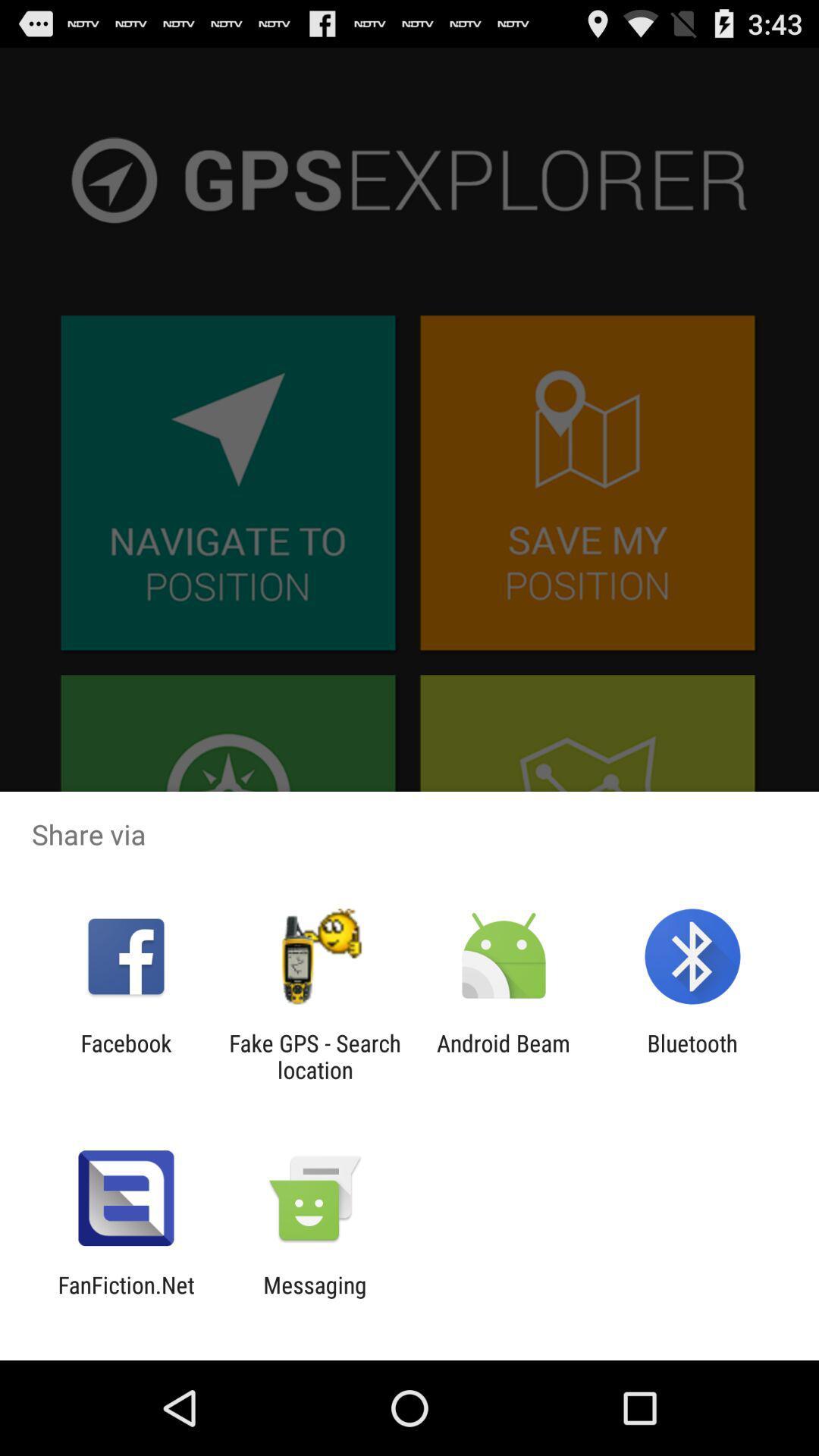  I want to click on app next to fake gps search app, so click(125, 1056).